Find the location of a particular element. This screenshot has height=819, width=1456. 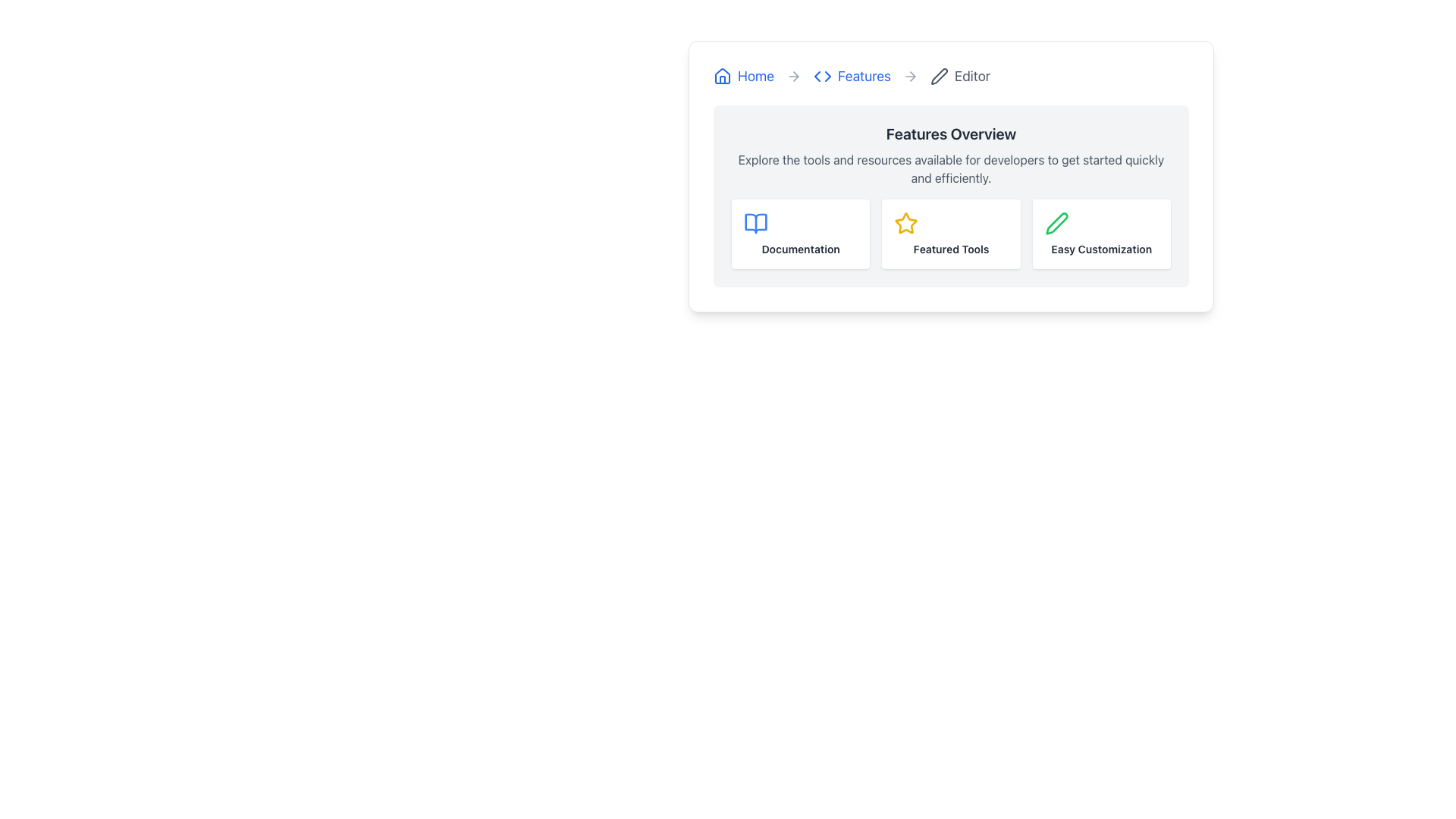

the rightmost segment of the breadcrumb navigation bar, which is highlighted and reads 'Editor' is located at coordinates (950, 76).